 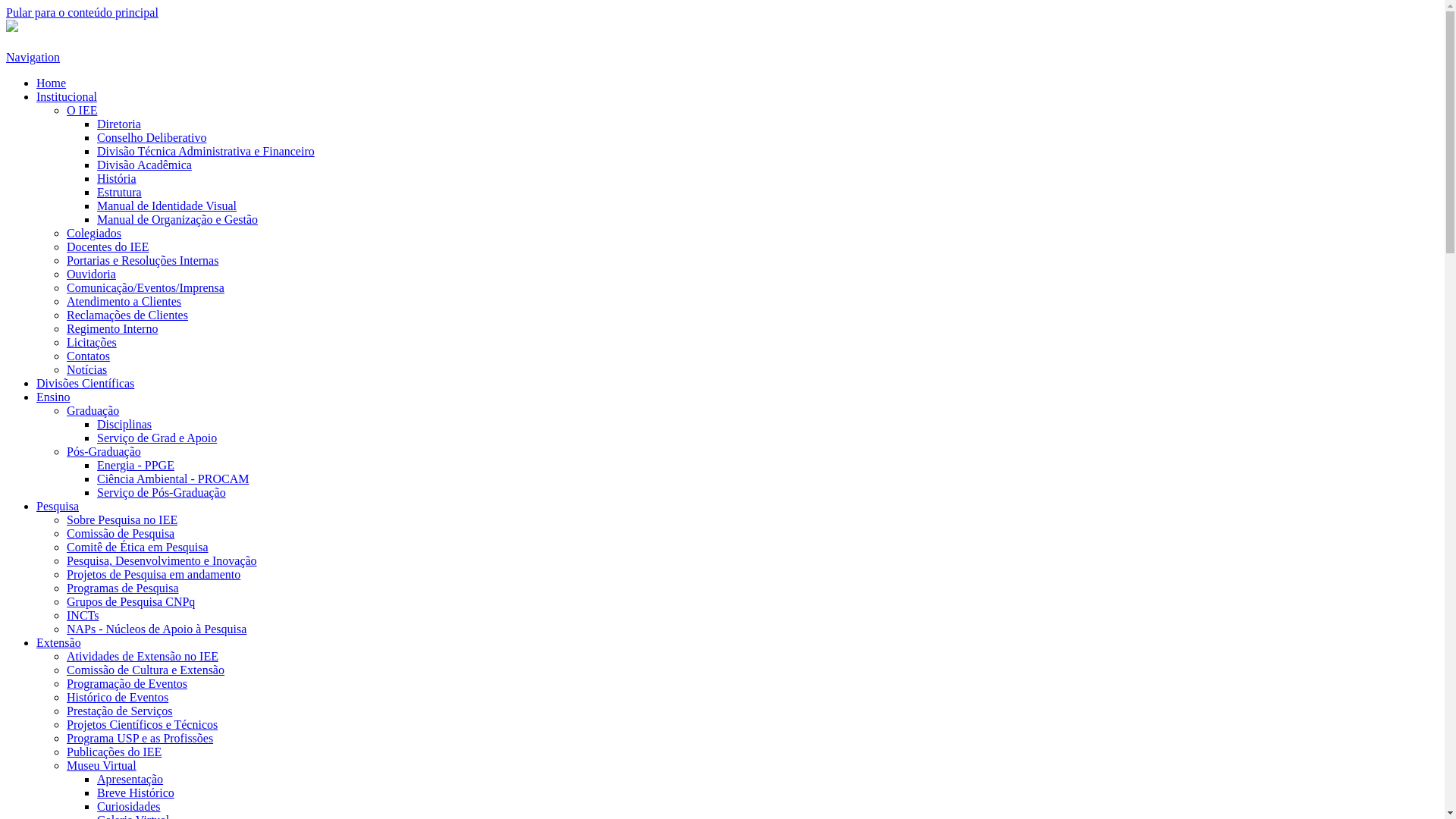 I want to click on 'Sobre Pesquisa no IEE', so click(x=65, y=519).